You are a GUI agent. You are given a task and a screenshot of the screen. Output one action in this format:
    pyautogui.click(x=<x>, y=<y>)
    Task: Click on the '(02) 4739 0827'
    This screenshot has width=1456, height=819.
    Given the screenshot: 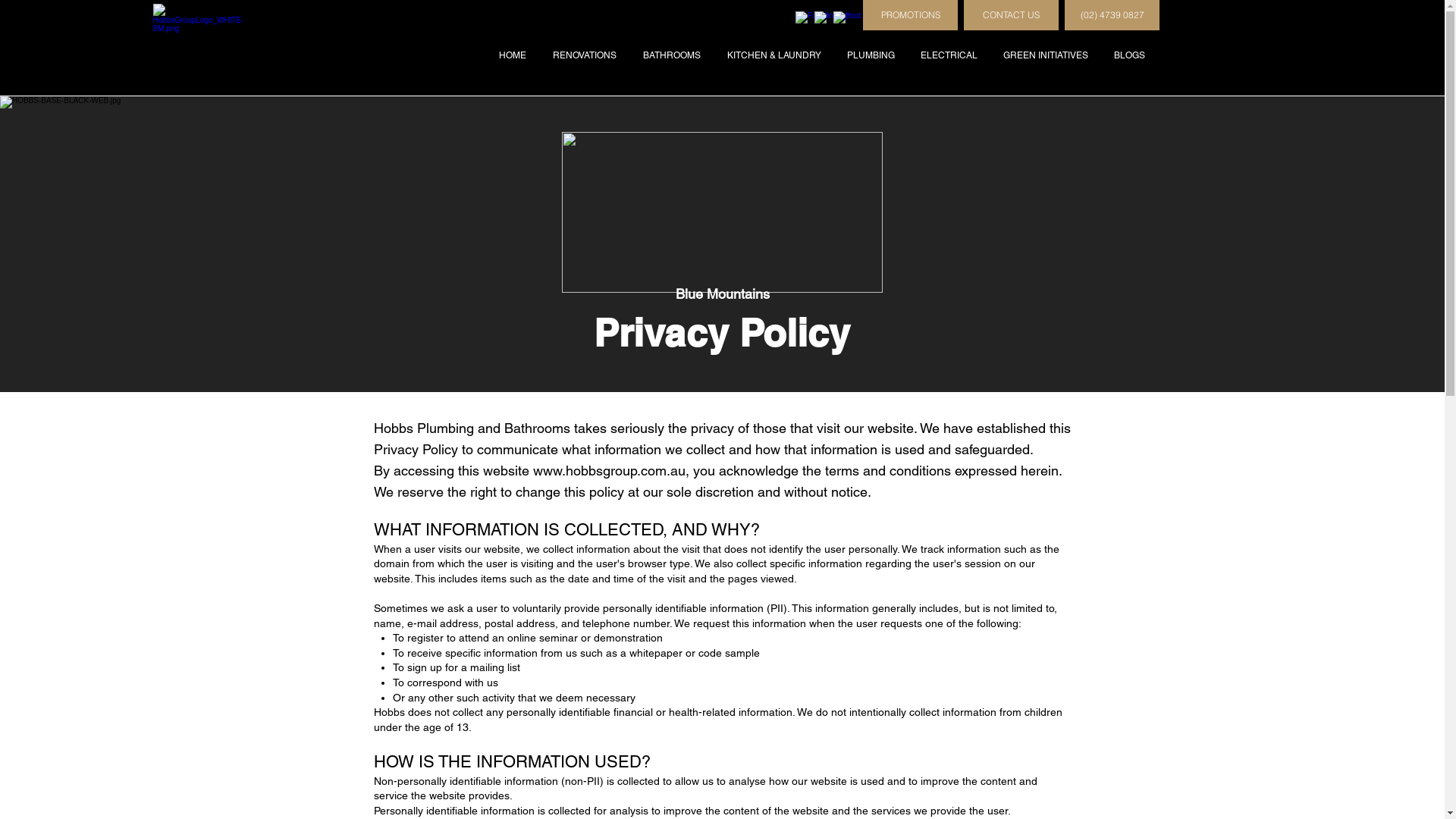 What is the action you would take?
    pyautogui.click(x=1112, y=14)
    